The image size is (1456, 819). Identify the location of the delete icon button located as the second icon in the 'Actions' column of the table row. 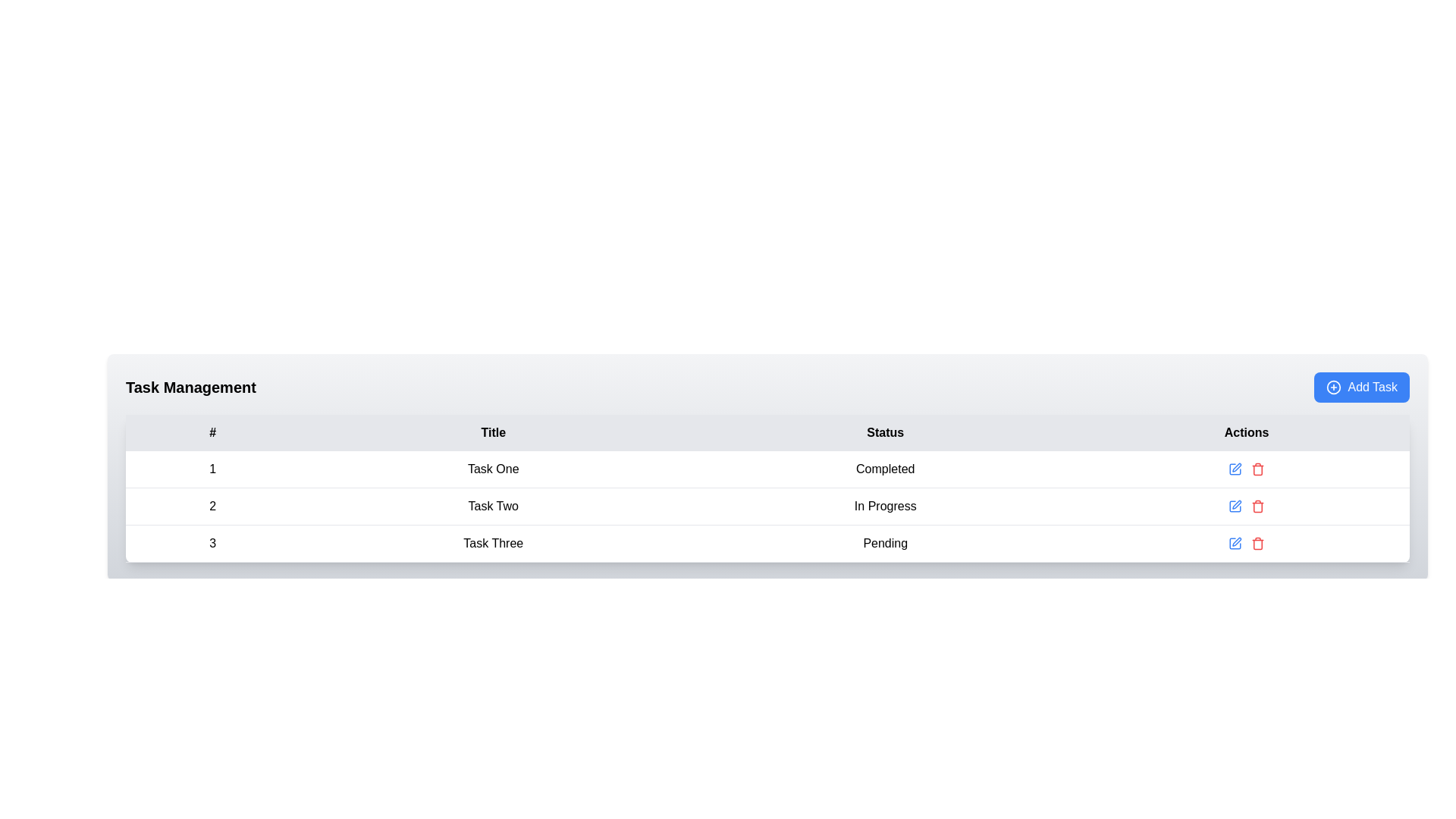
(1258, 468).